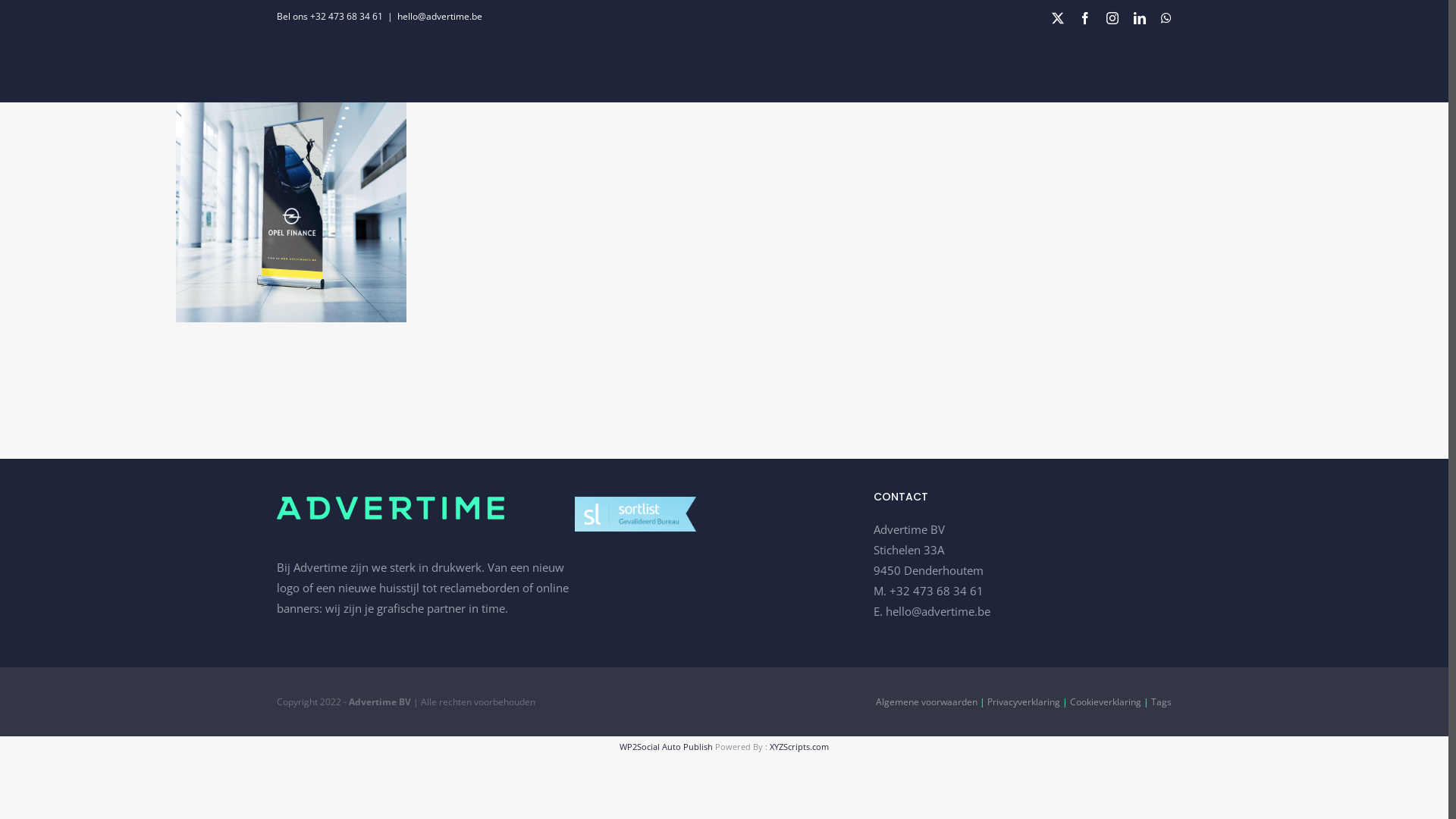  I want to click on 'XYZScripts.com', so click(799, 745).